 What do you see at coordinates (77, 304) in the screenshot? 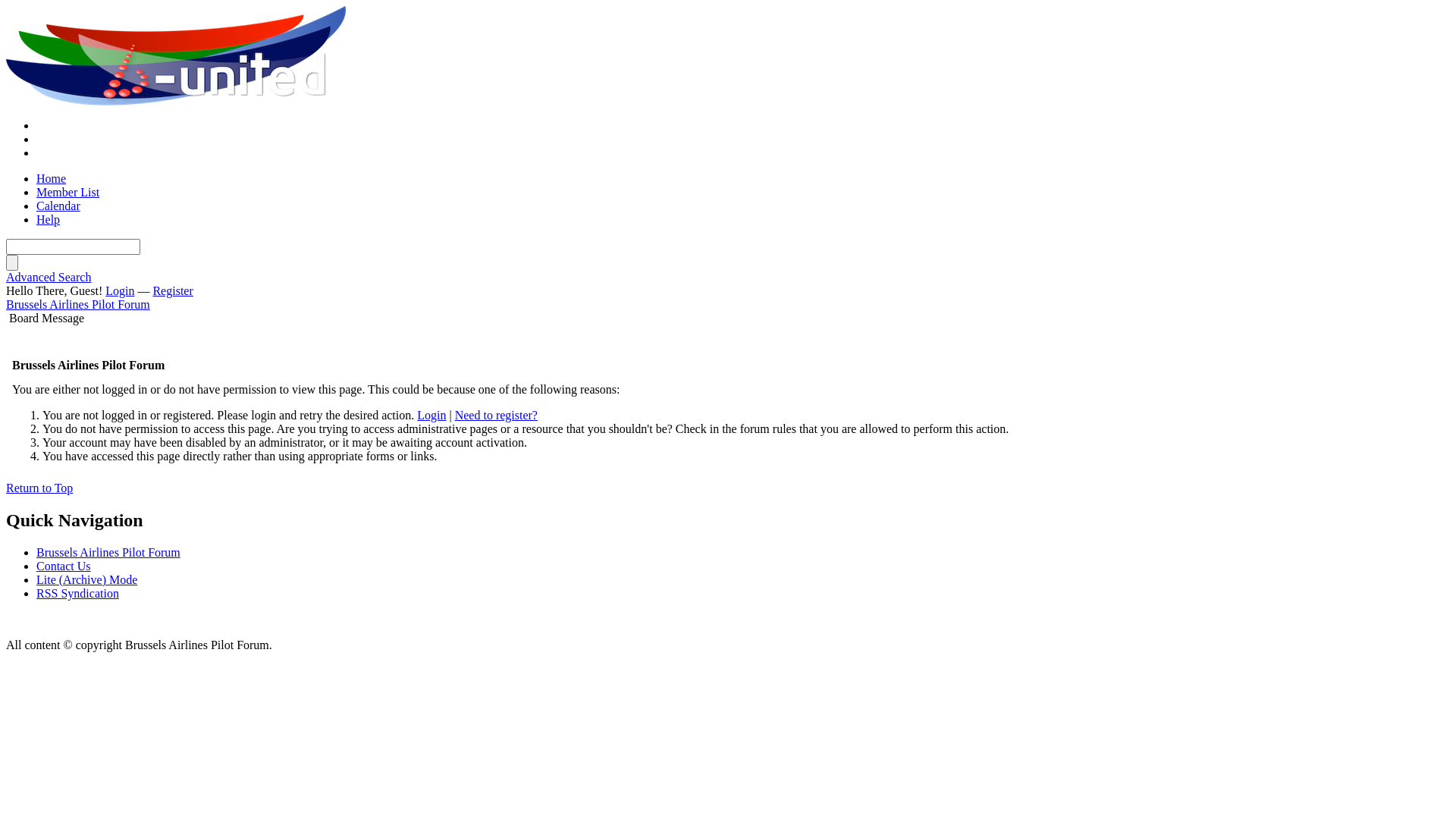
I see `'Brussels Airlines Pilot Forum'` at bounding box center [77, 304].